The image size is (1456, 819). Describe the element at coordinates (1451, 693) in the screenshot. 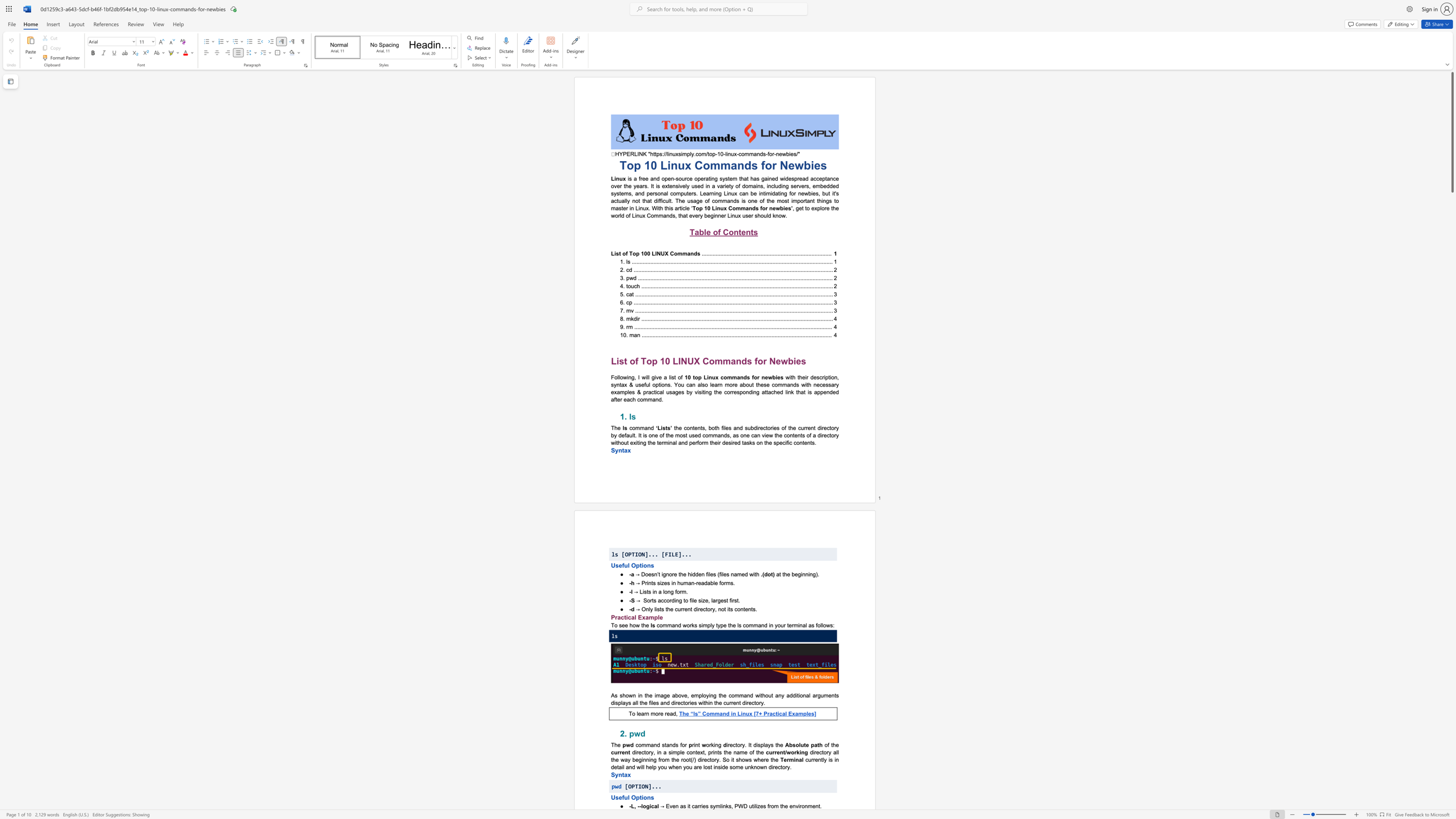

I see `the vertical scrollbar to lower the page content` at that location.